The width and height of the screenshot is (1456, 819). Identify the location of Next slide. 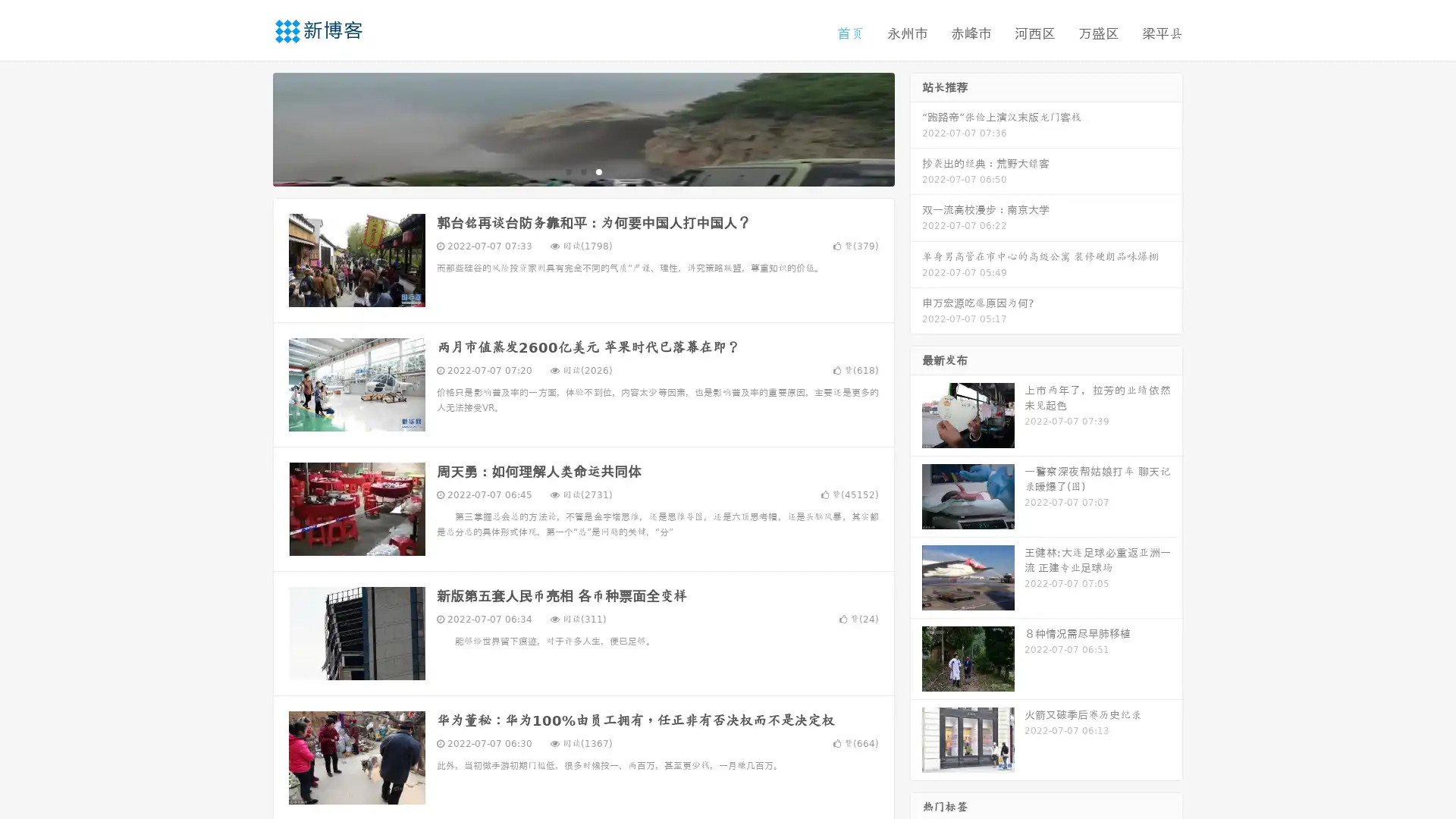
(916, 127).